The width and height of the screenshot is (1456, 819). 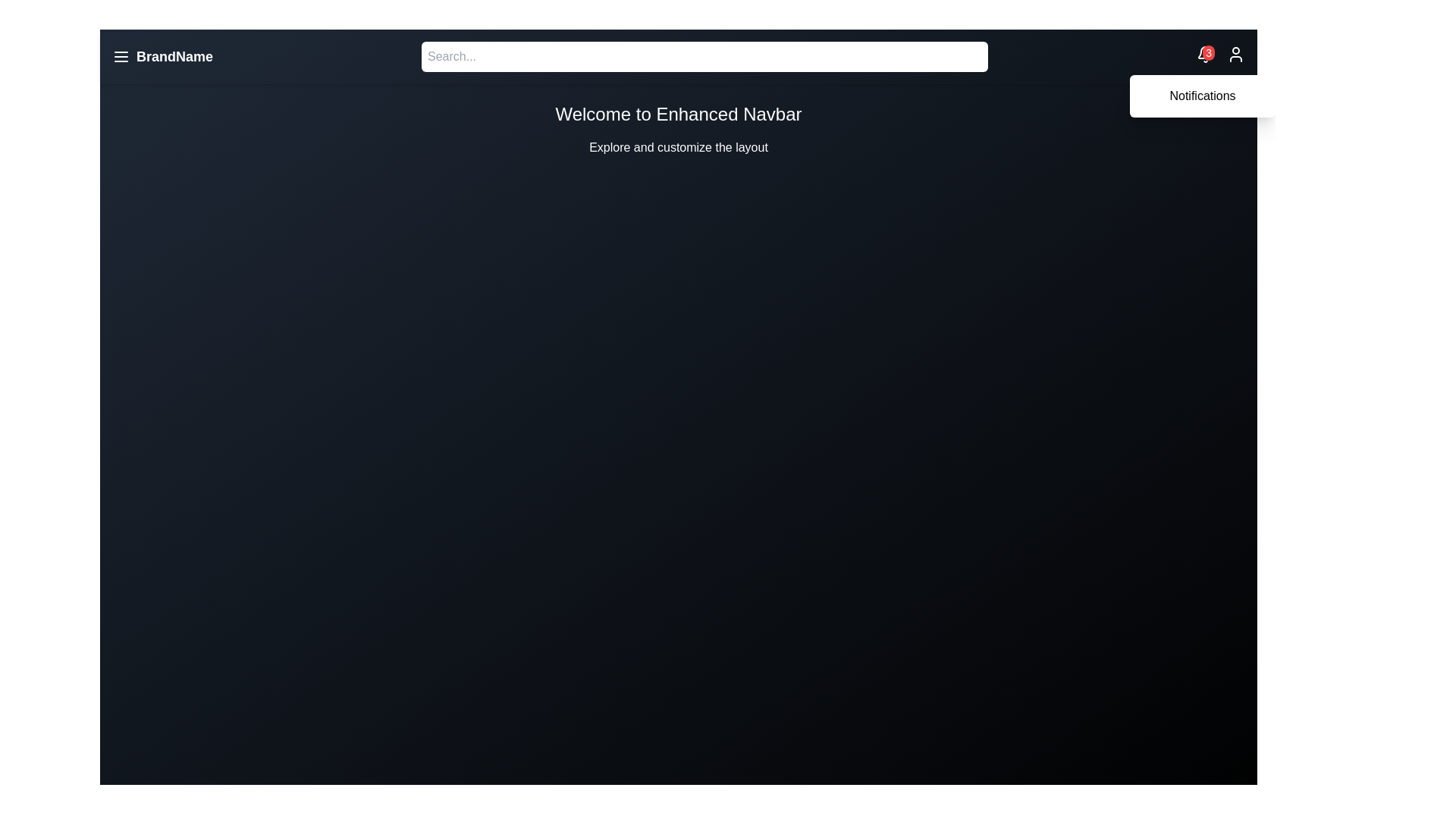 I want to click on the user icon in the navbar, so click(x=1236, y=55).